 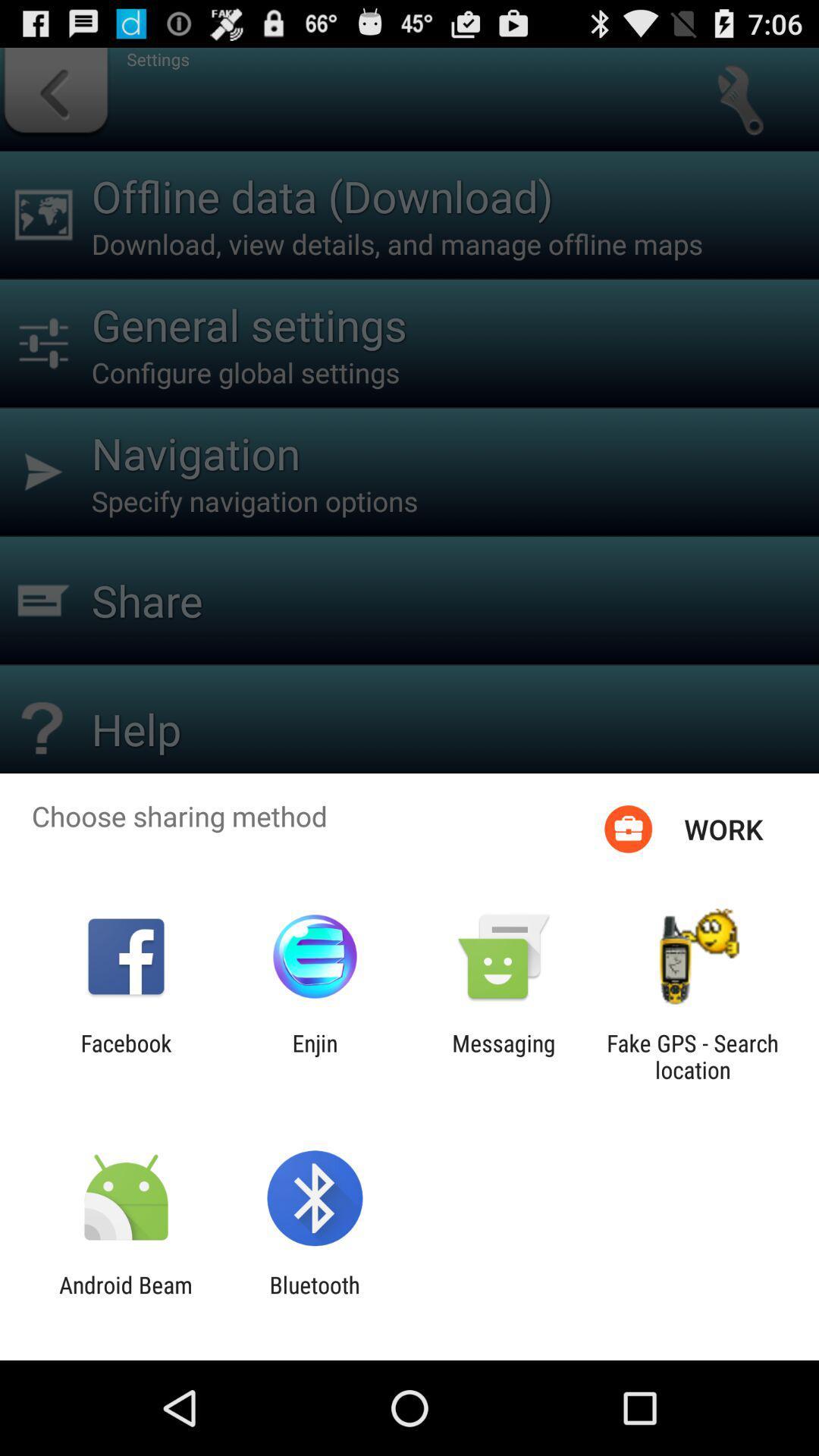 What do you see at coordinates (504, 1056) in the screenshot?
I see `messaging icon` at bounding box center [504, 1056].